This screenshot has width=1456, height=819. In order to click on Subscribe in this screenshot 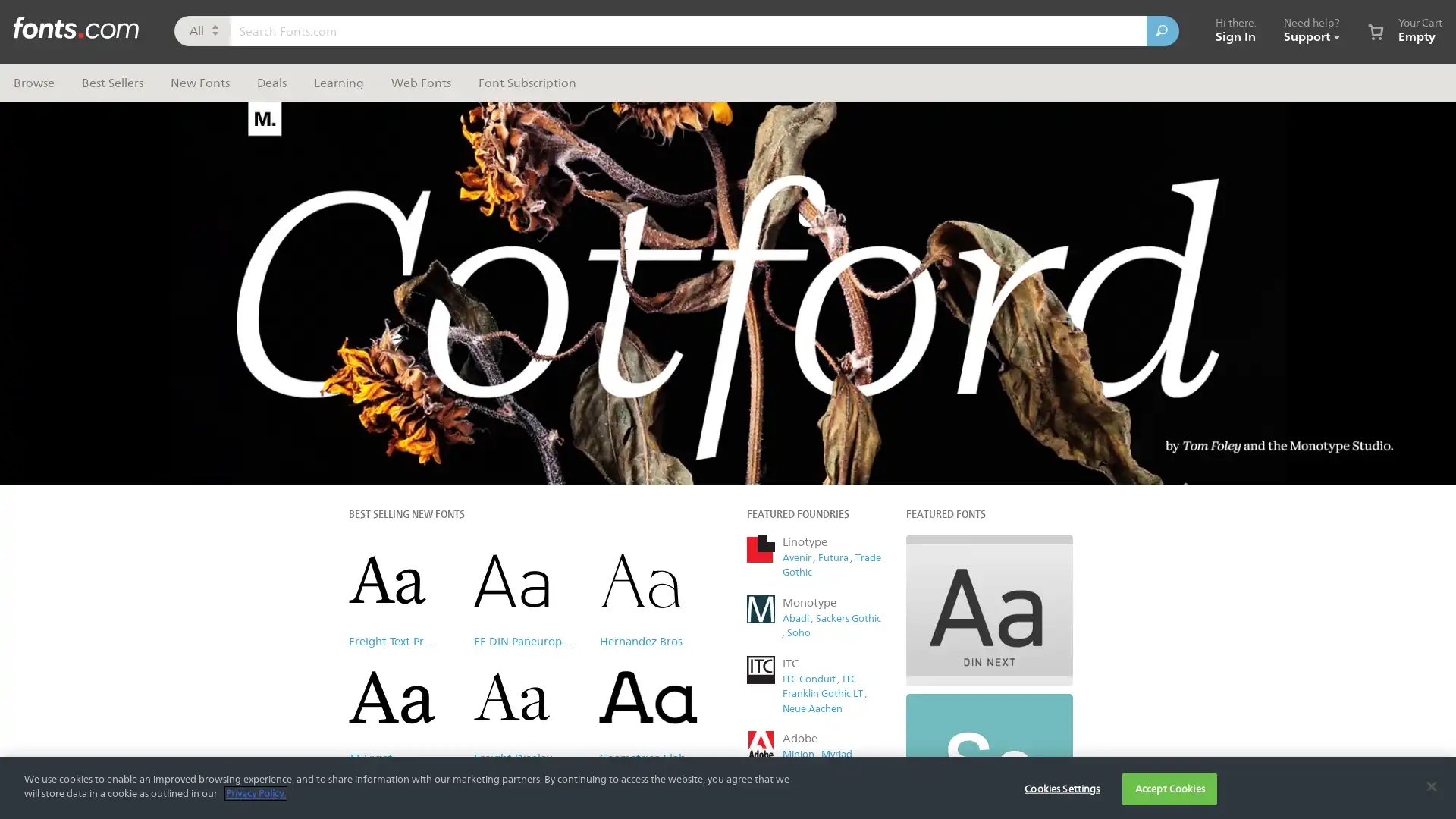, I will do `click(879, 391)`.